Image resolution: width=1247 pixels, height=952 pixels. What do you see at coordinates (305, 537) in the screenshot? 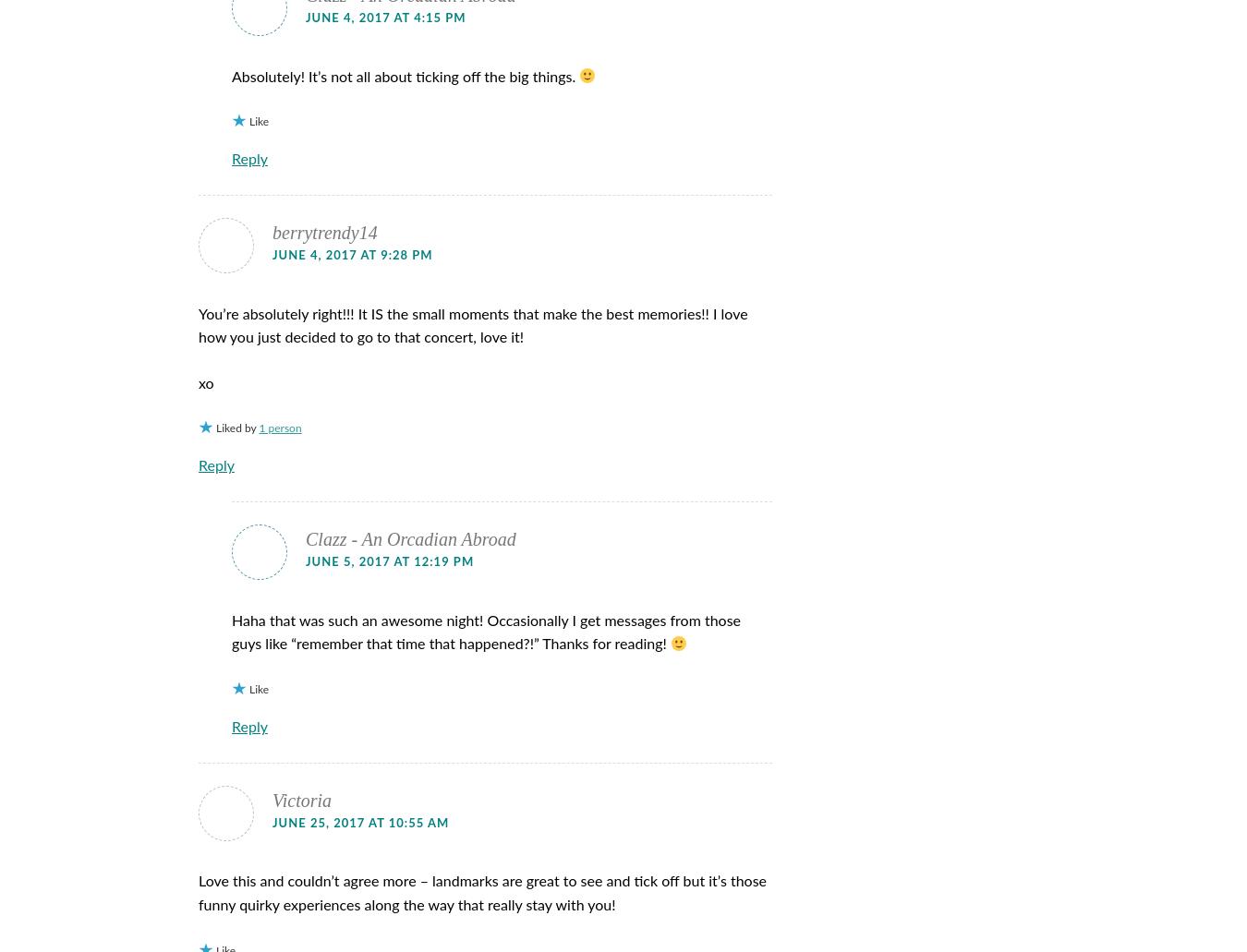
I see `'Clazz - An Orcadian Abroad'` at bounding box center [305, 537].